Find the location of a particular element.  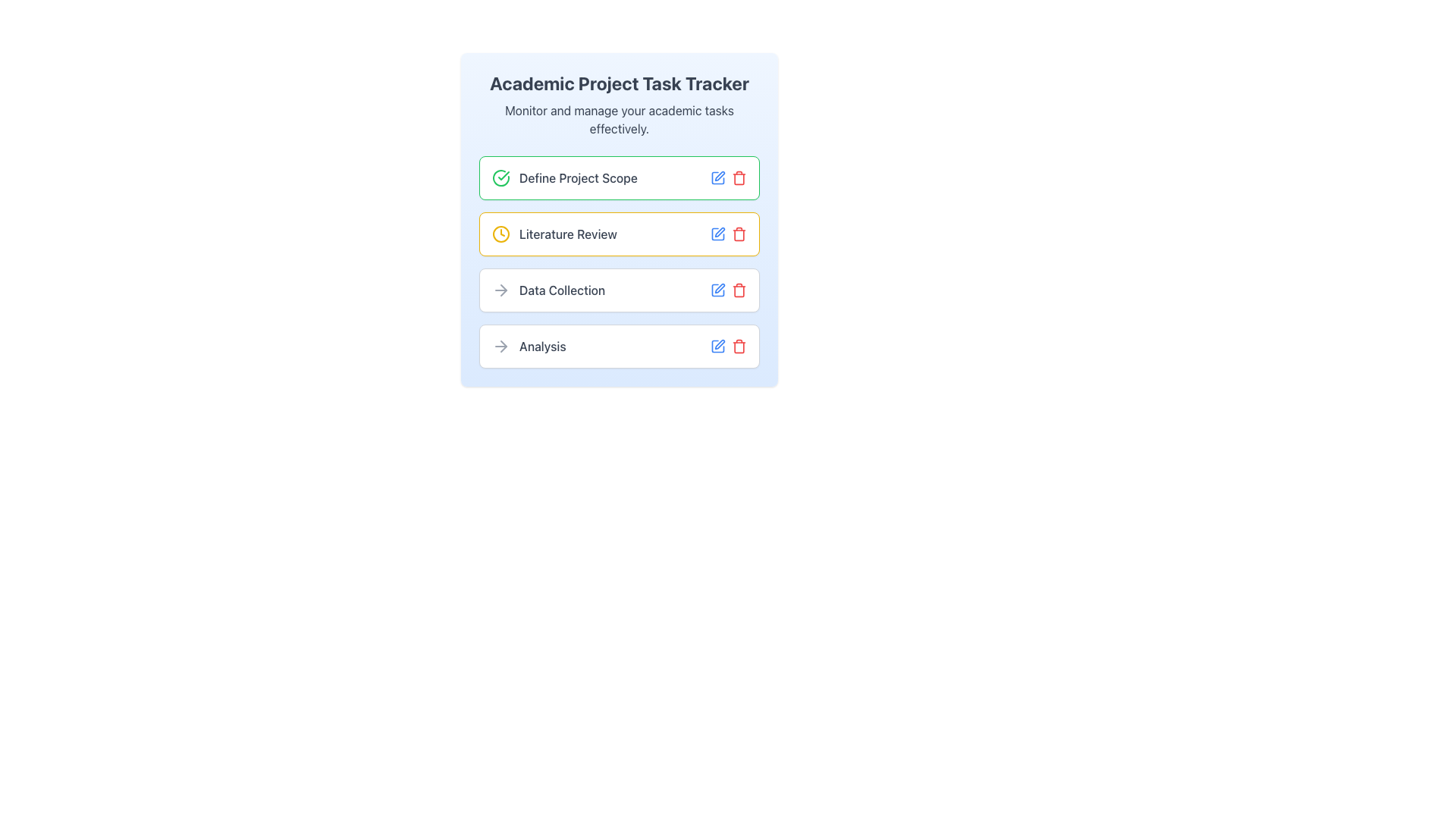

the 'Analysis' button with an arrow icon located at the bottom of the task card stack is located at coordinates (529, 346).